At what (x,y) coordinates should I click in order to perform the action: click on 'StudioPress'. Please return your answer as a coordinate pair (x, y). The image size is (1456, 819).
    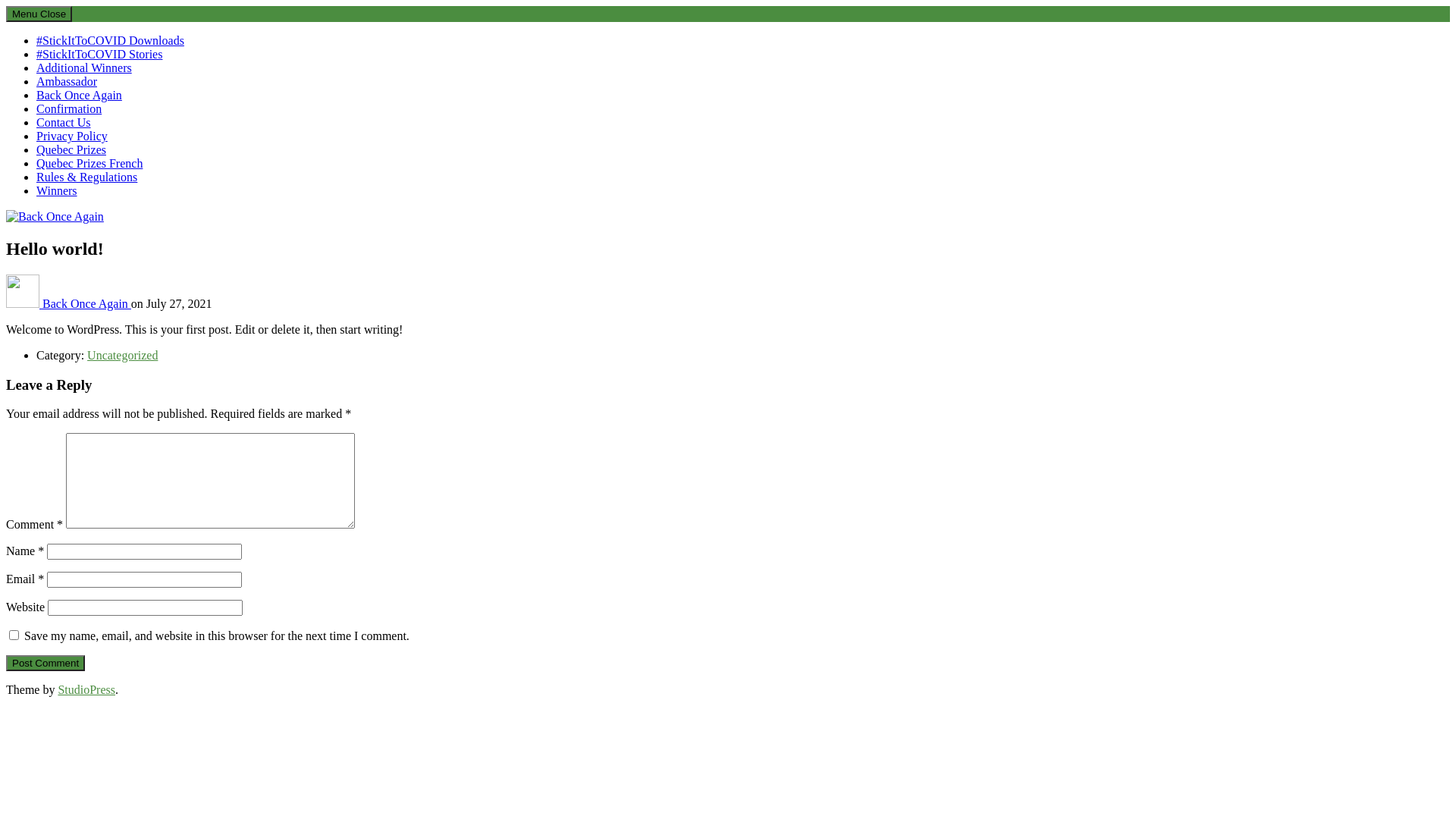
    Looking at the image, I should click on (86, 689).